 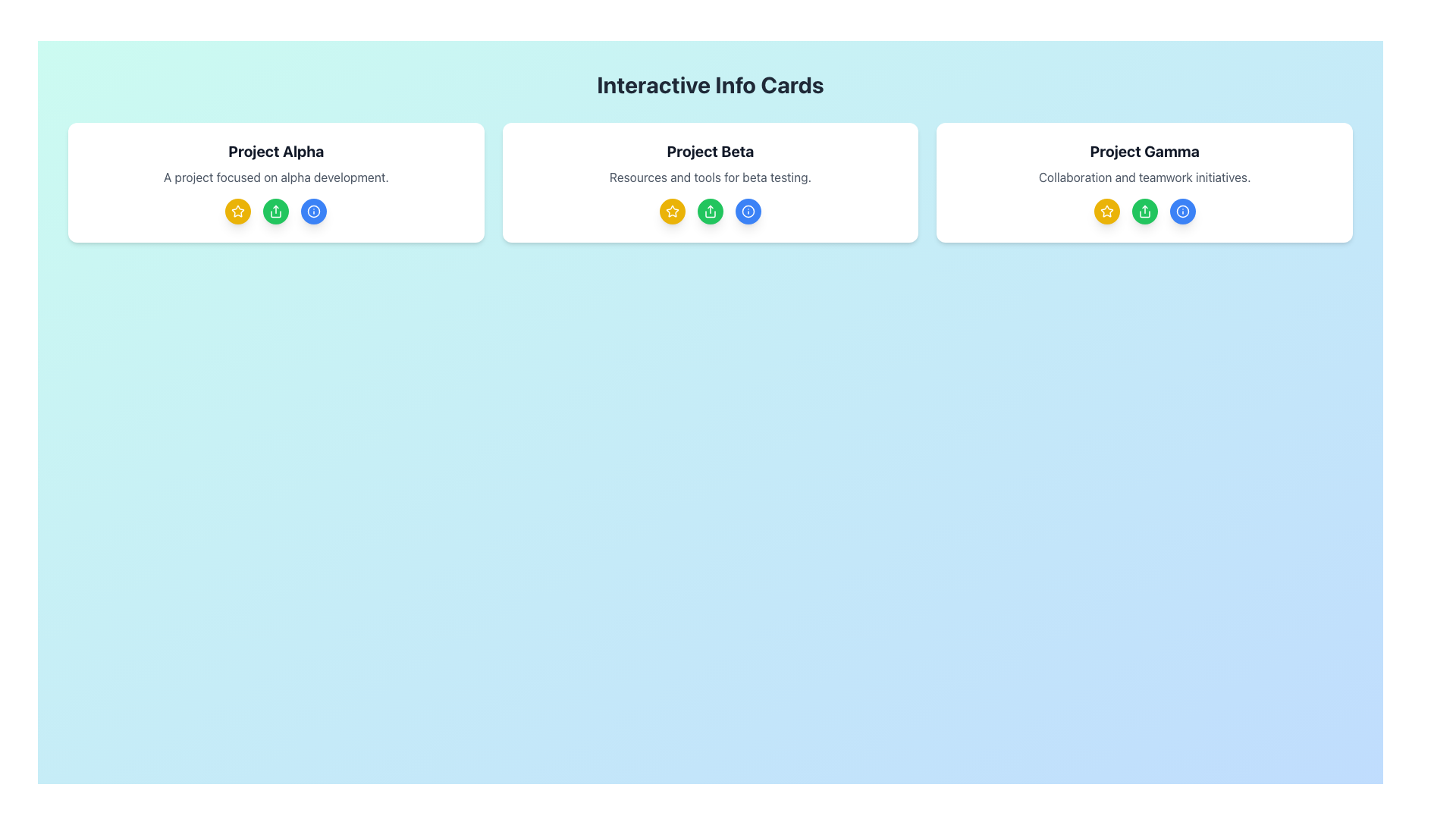 What do you see at coordinates (237, 211) in the screenshot?
I see `the first circular button under the 'Project Alpha' heading in the leftmost card, which serves as a 'favorite' or 'highlight' action` at bounding box center [237, 211].